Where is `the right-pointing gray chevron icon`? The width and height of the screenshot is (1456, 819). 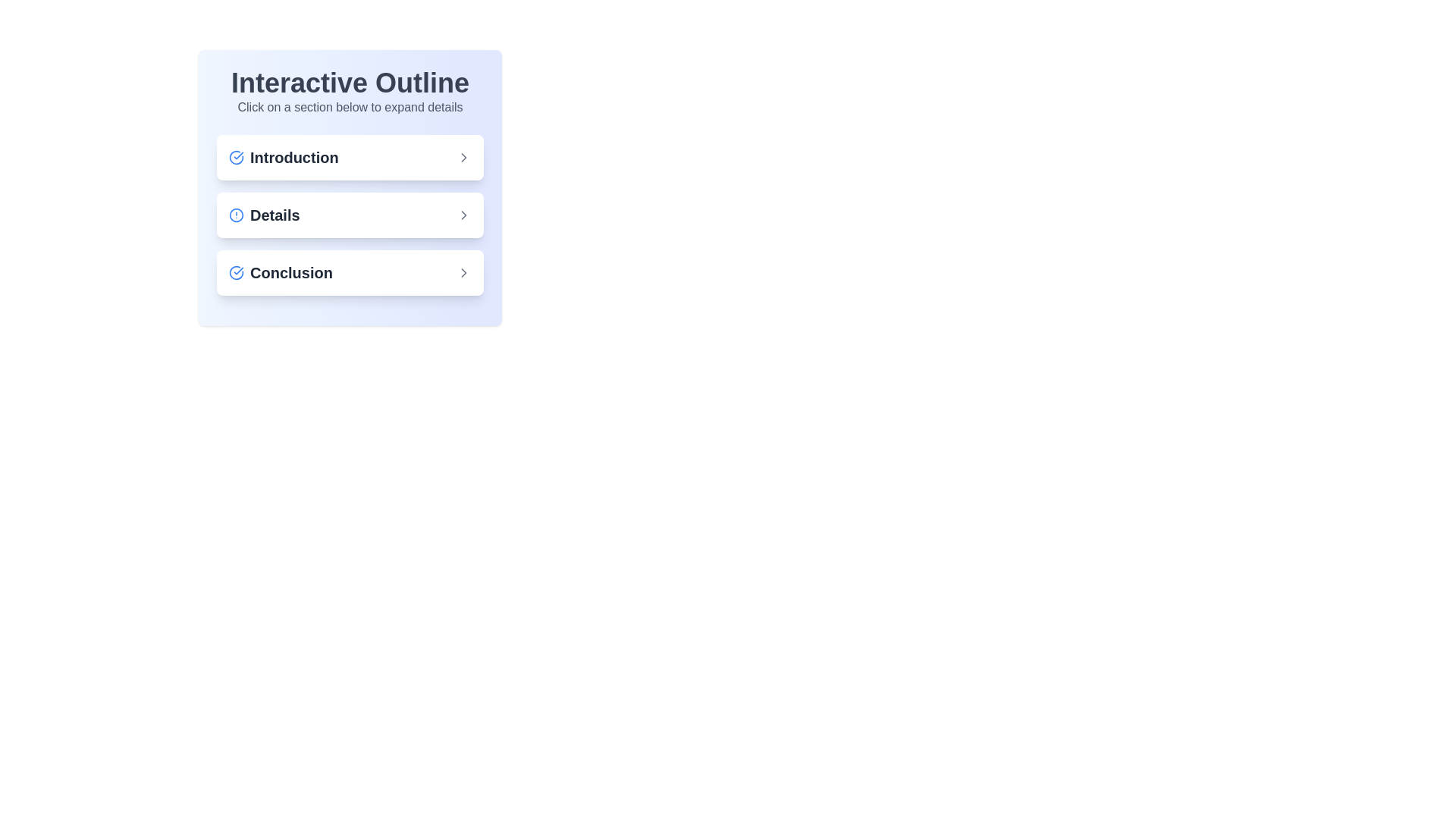
the right-pointing gray chevron icon is located at coordinates (463, 271).